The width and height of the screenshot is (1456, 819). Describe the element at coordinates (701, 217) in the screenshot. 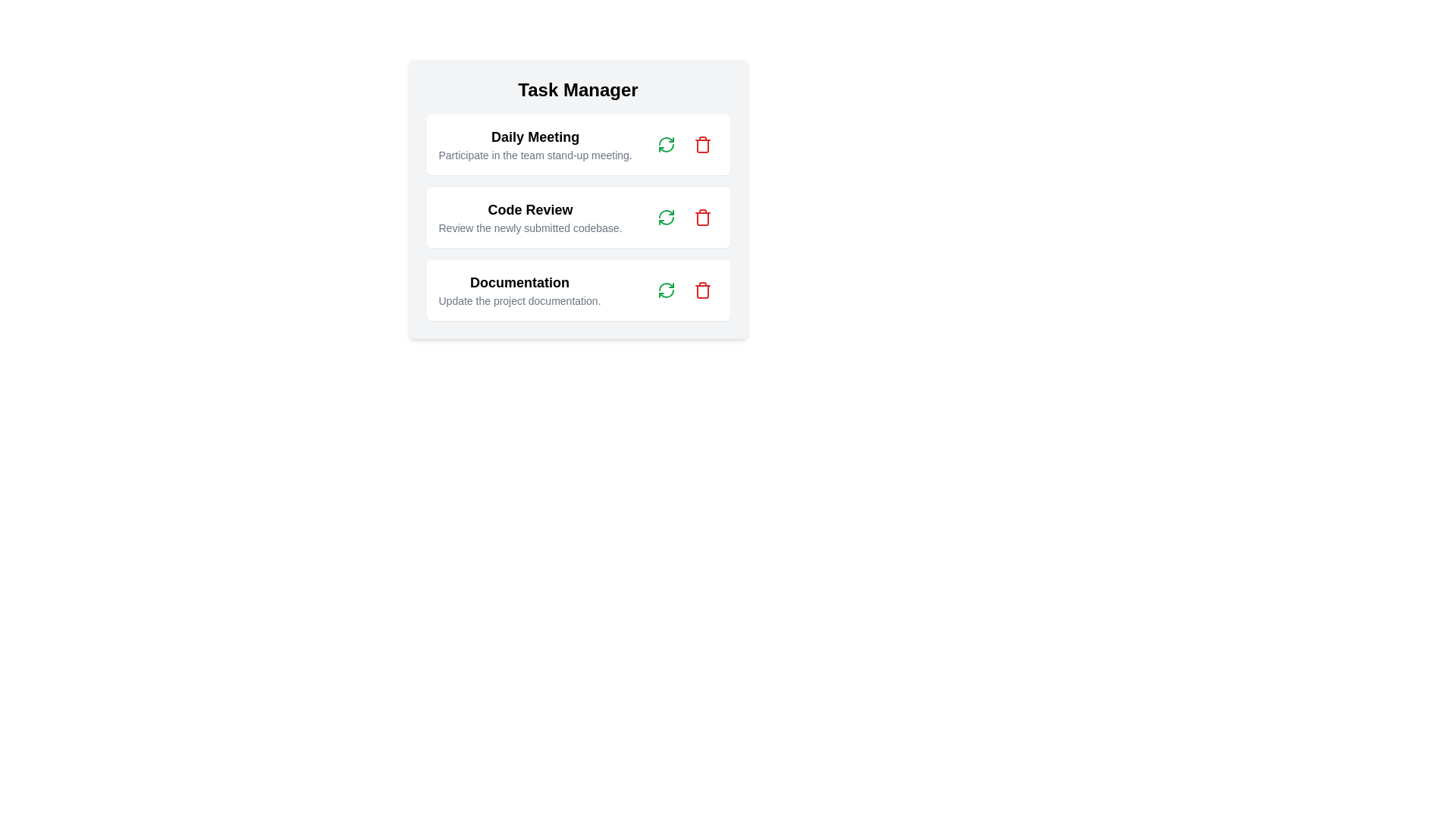

I see `the visually styled red circular button with a trash can icon, which is the third button aligned horizontally to the right of the 'Code Review' task` at that location.